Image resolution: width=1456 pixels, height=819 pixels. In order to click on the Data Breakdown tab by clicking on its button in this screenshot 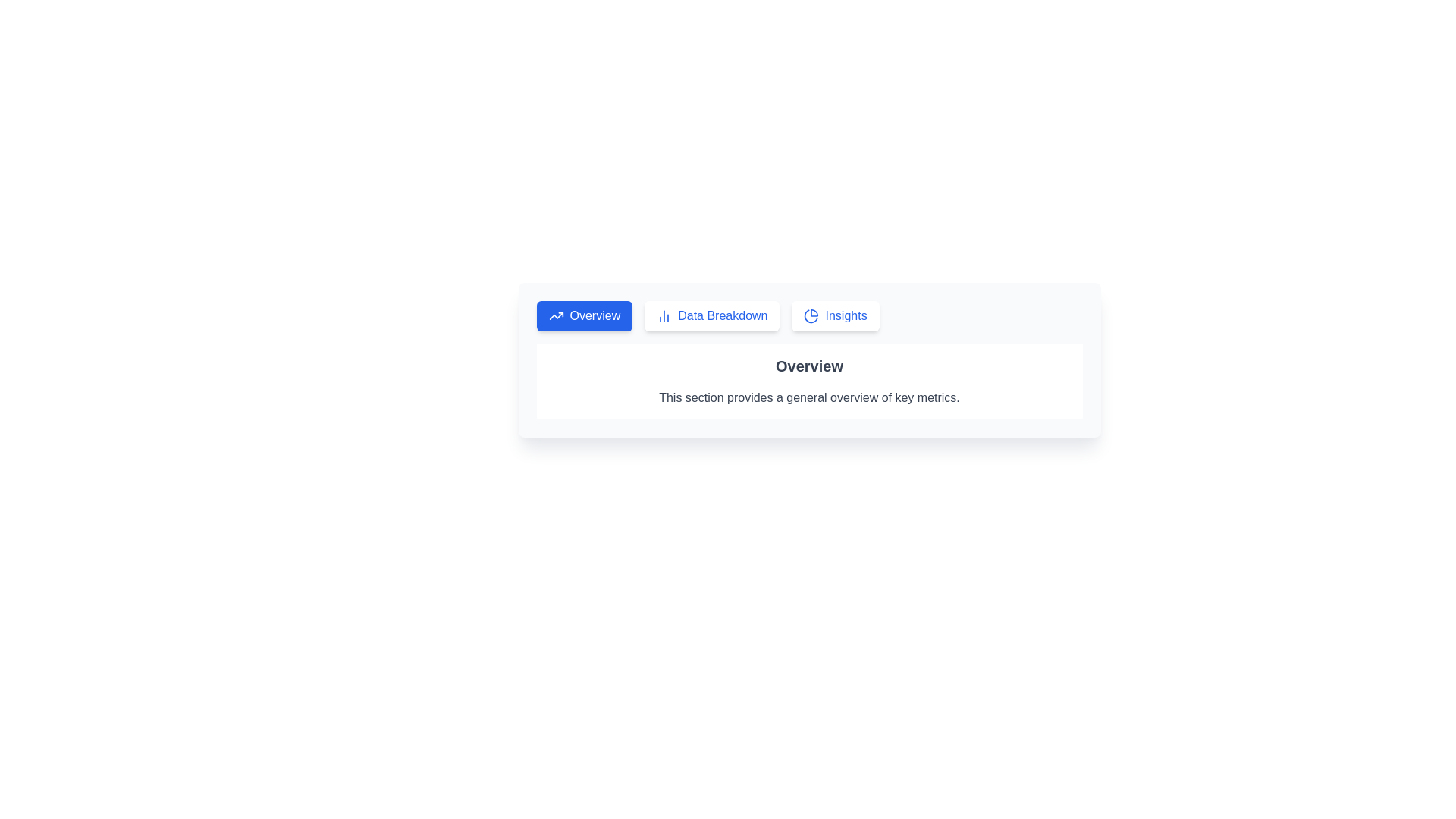, I will do `click(711, 315)`.